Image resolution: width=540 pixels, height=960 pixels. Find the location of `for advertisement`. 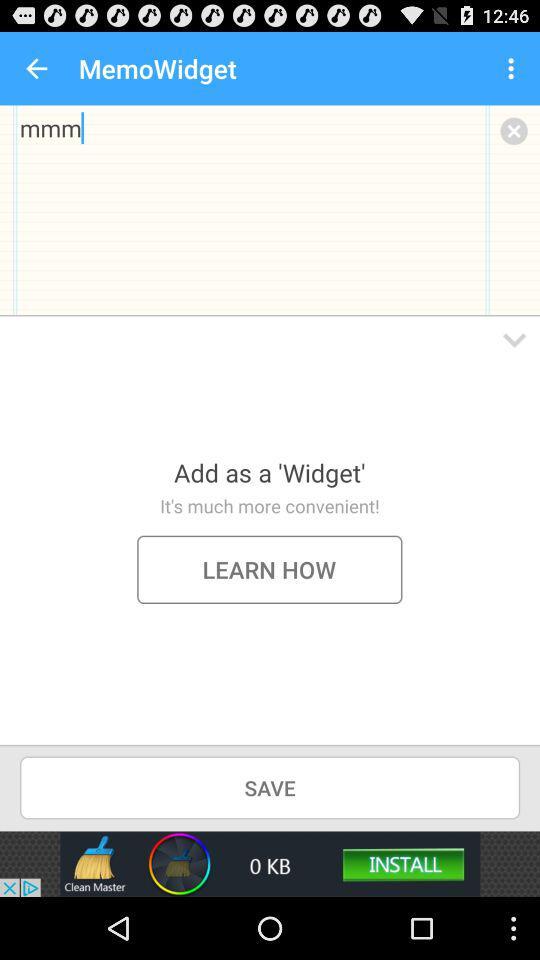

for advertisement is located at coordinates (270, 863).